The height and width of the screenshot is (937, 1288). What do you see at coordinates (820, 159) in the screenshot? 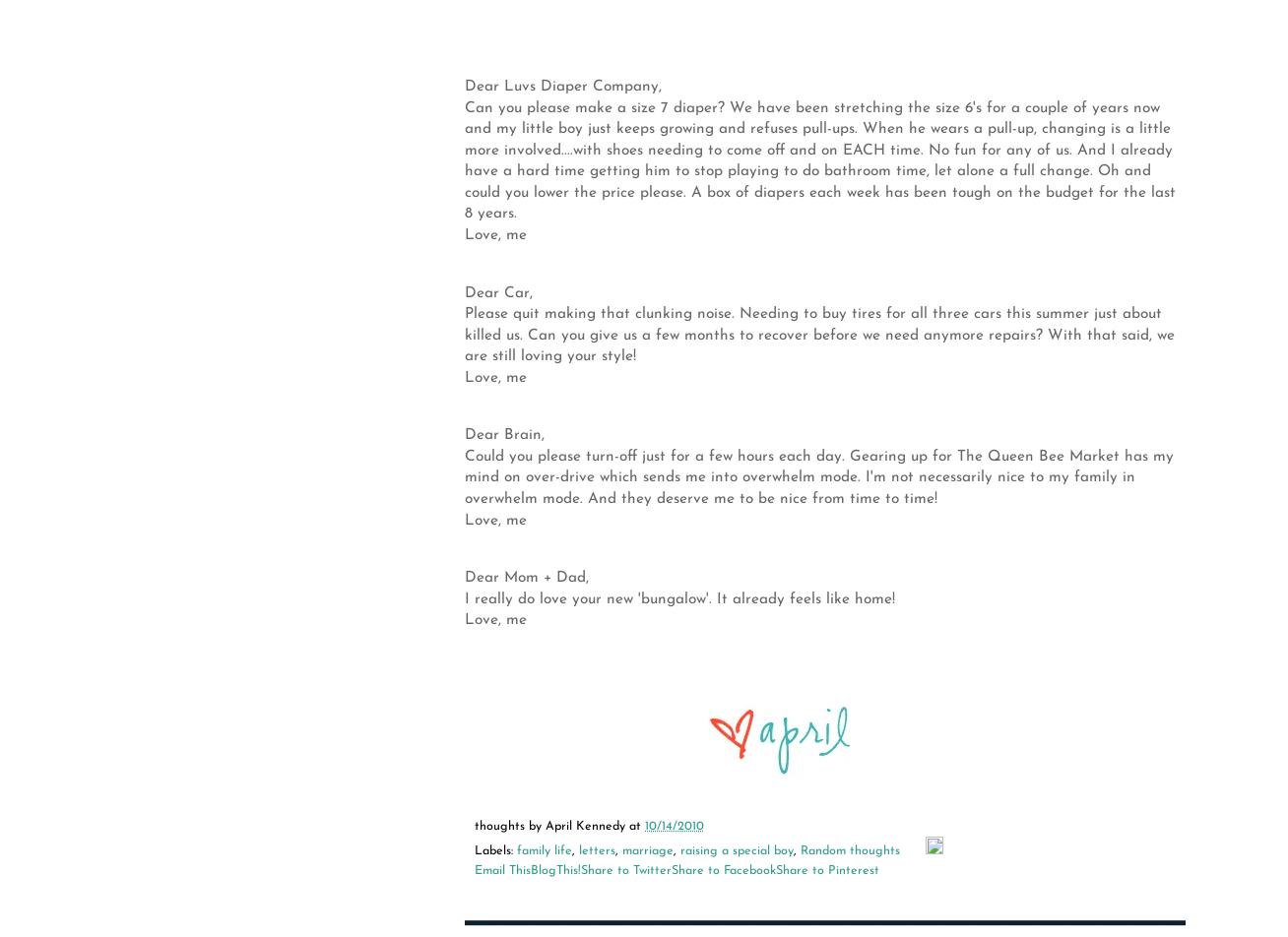
I see `'Can you please make a size 7 diaper? We have been stretching the size 6's for a couple of years now and my little boy just keeps growing and refuses pull-ups. When he wears a pull-up, changing is a little more involved....with shoes needing to come off and on EACH time. No fun for any of us. And I already have a hard time getting him to stop playing to do bathroom time, let alone a full change. Oh and could you lower the price please. A box of diapers each week has been tough on the budget for the last 8 years.'` at bounding box center [820, 159].